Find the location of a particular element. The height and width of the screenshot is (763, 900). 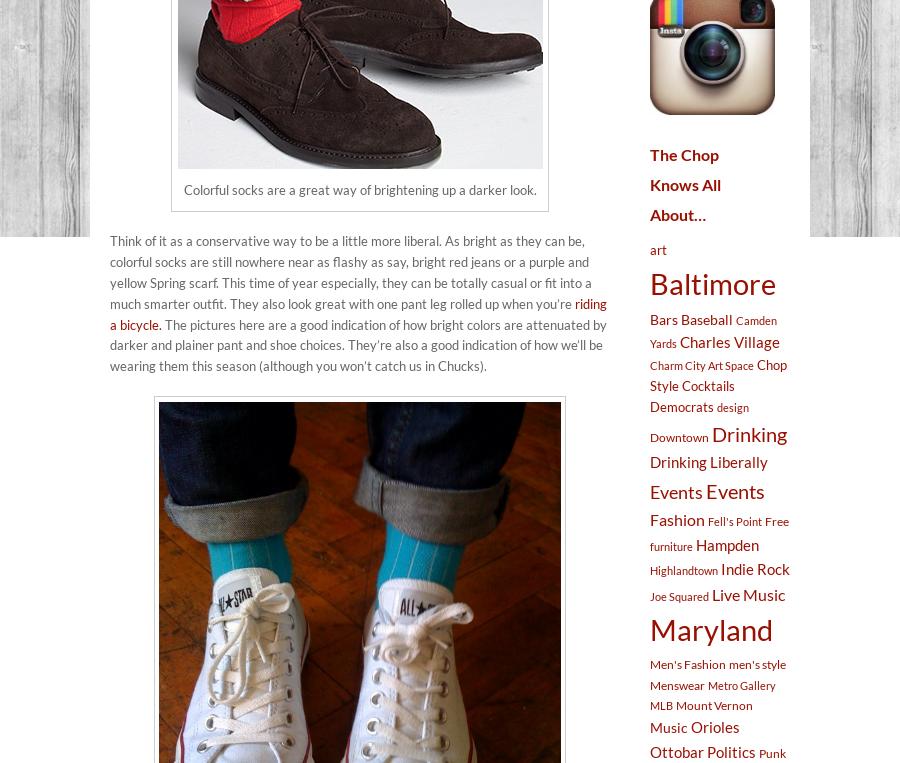

'Downtown' is located at coordinates (649, 436).